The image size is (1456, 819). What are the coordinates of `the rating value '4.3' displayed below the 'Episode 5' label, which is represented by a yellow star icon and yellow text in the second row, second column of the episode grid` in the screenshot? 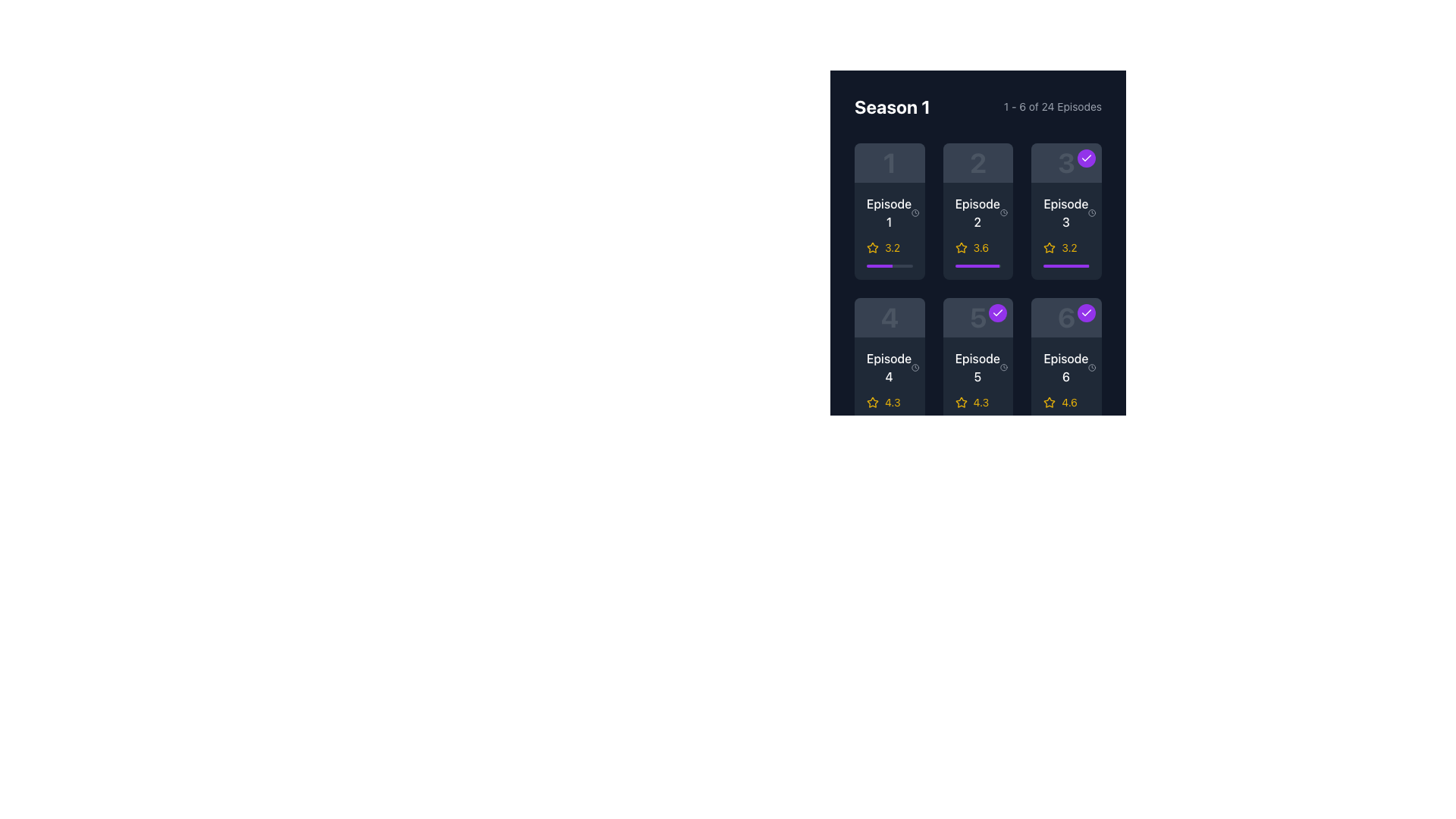 It's located at (978, 402).